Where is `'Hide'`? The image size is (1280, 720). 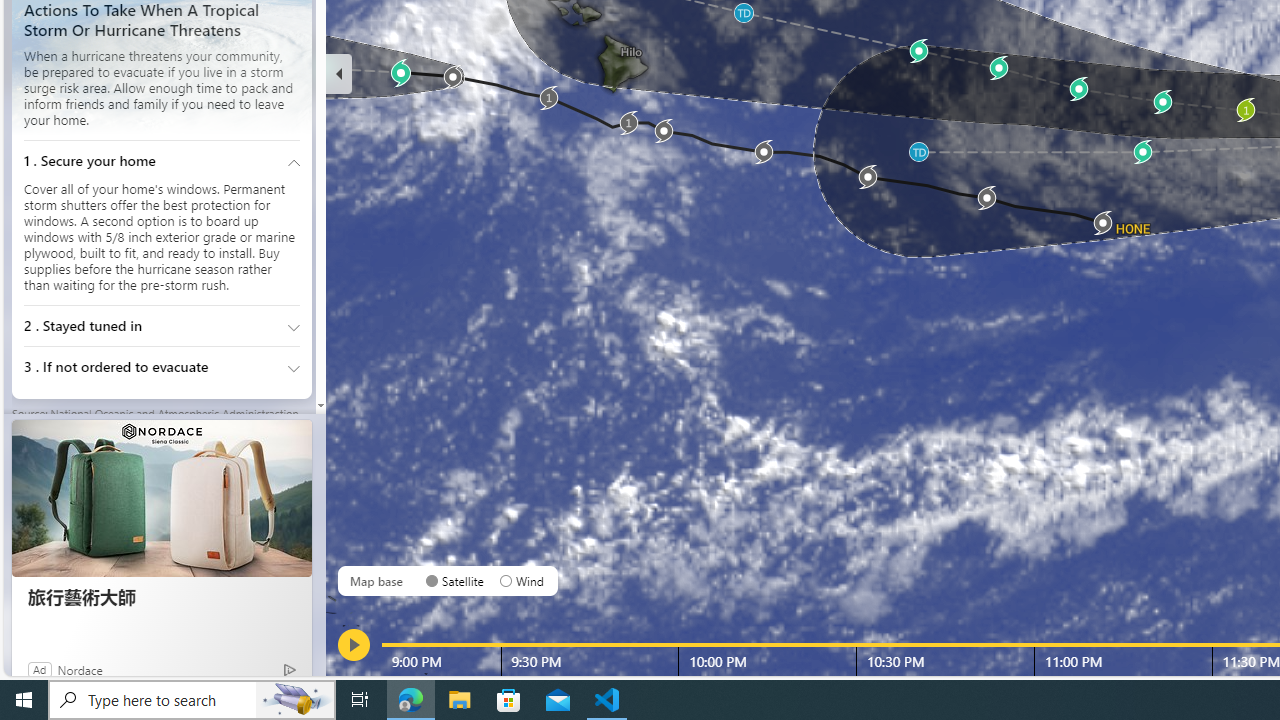
'Hide' is located at coordinates (339, 72).